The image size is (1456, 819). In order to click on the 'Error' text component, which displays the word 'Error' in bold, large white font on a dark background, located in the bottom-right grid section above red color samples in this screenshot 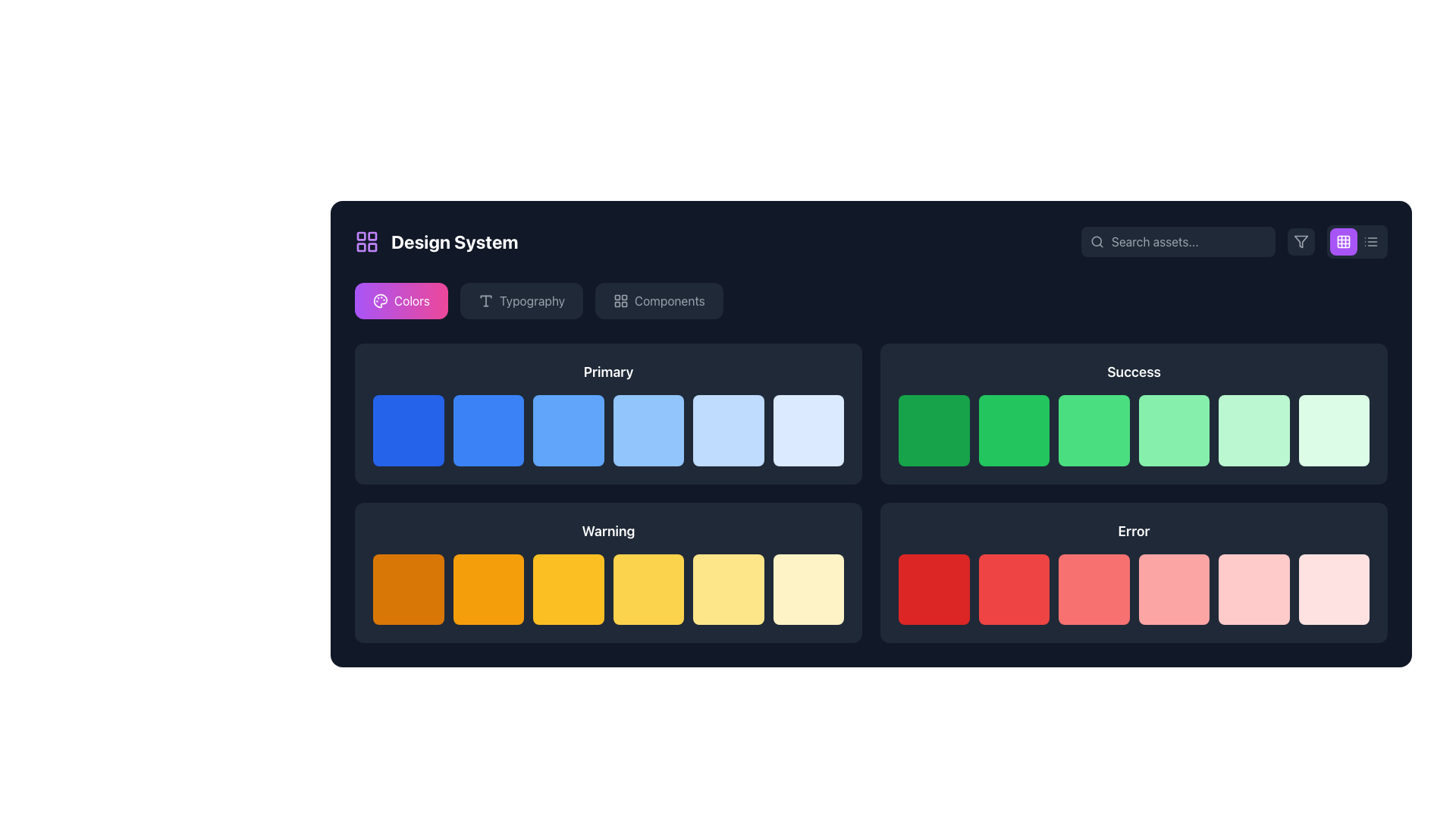, I will do `click(1134, 530)`.